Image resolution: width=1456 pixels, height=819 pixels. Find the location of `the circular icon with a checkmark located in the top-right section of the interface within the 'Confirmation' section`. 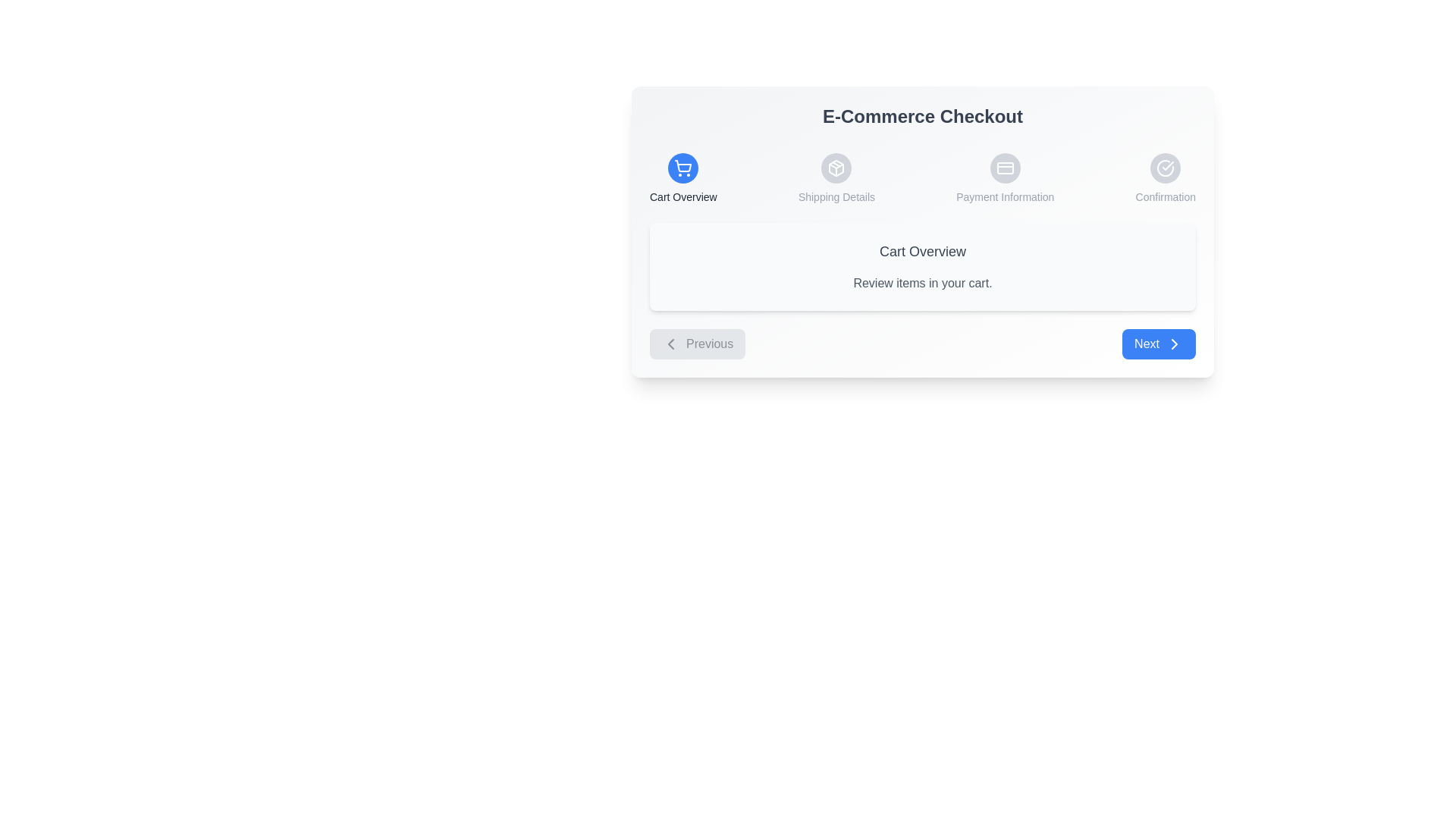

the circular icon with a checkmark located in the top-right section of the interface within the 'Confirmation' section is located at coordinates (1165, 168).